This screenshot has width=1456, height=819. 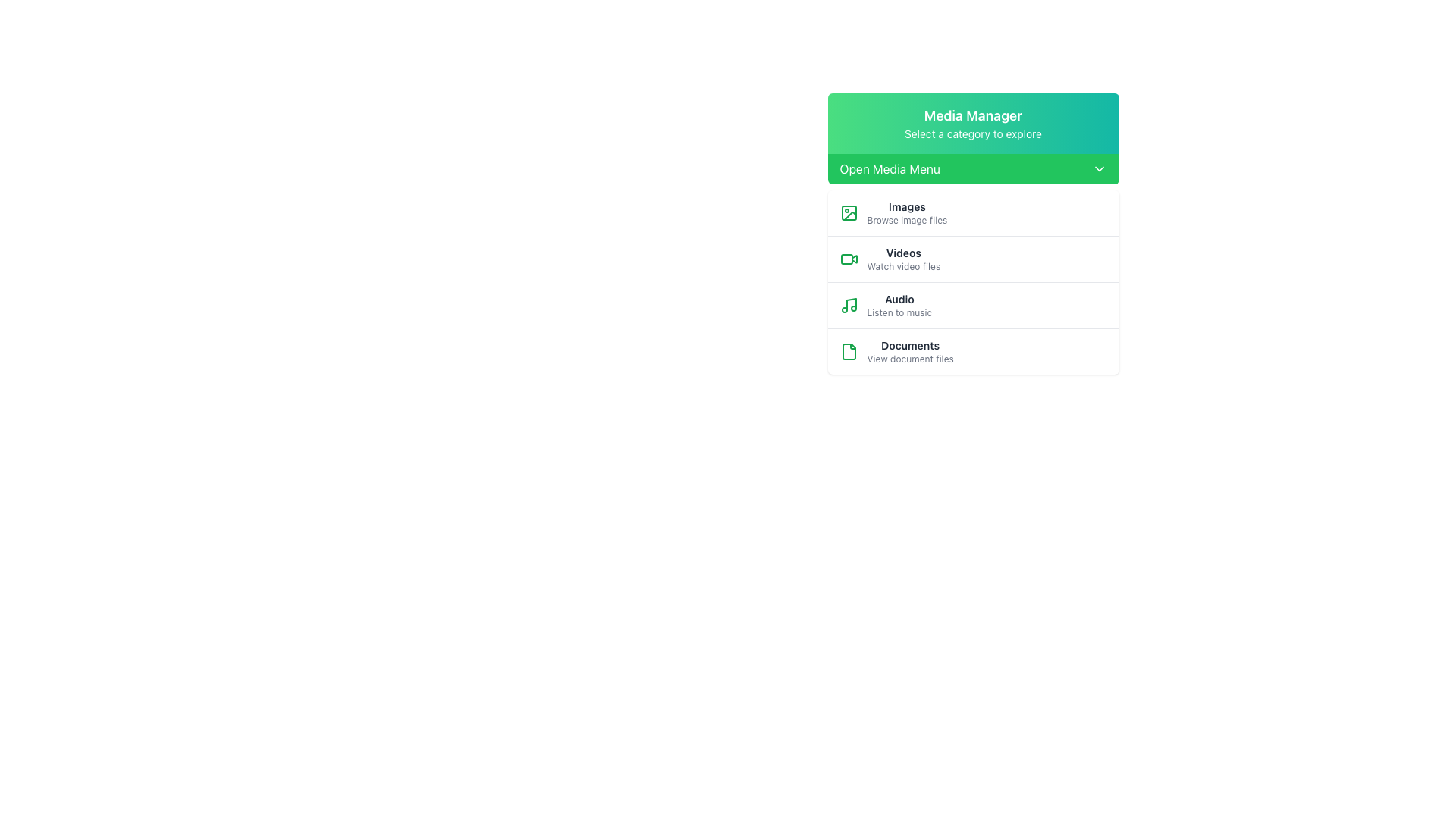 What do you see at coordinates (848, 213) in the screenshot?
I see `the green outlined icon with a small circle and a diagonal line ending in a peak, located to the left of the 'Images' label in the 'Media Manager' section` at bounding box center [848, 213].